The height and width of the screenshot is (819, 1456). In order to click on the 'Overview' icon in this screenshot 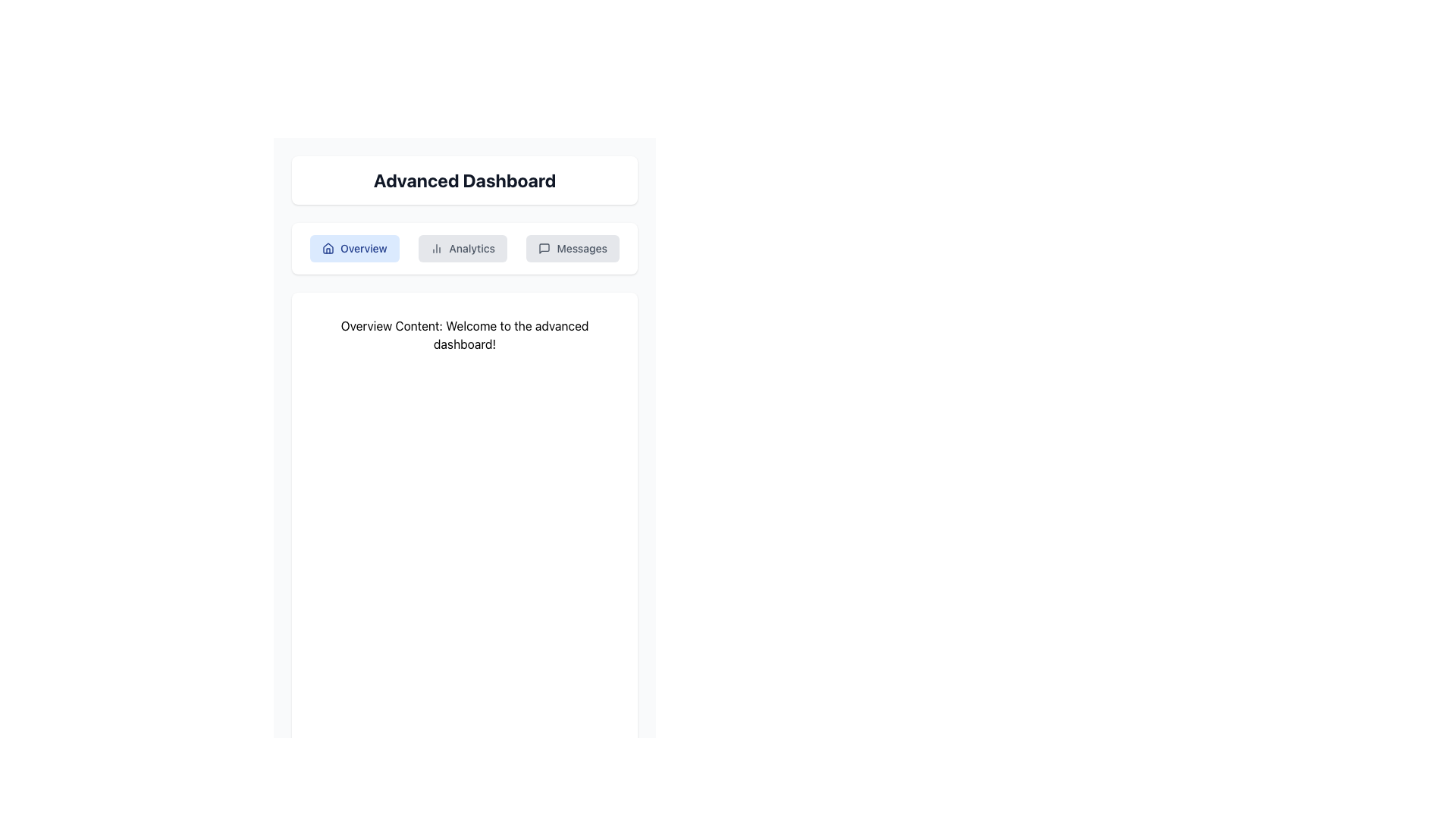, I will do `click(327, 247)`.